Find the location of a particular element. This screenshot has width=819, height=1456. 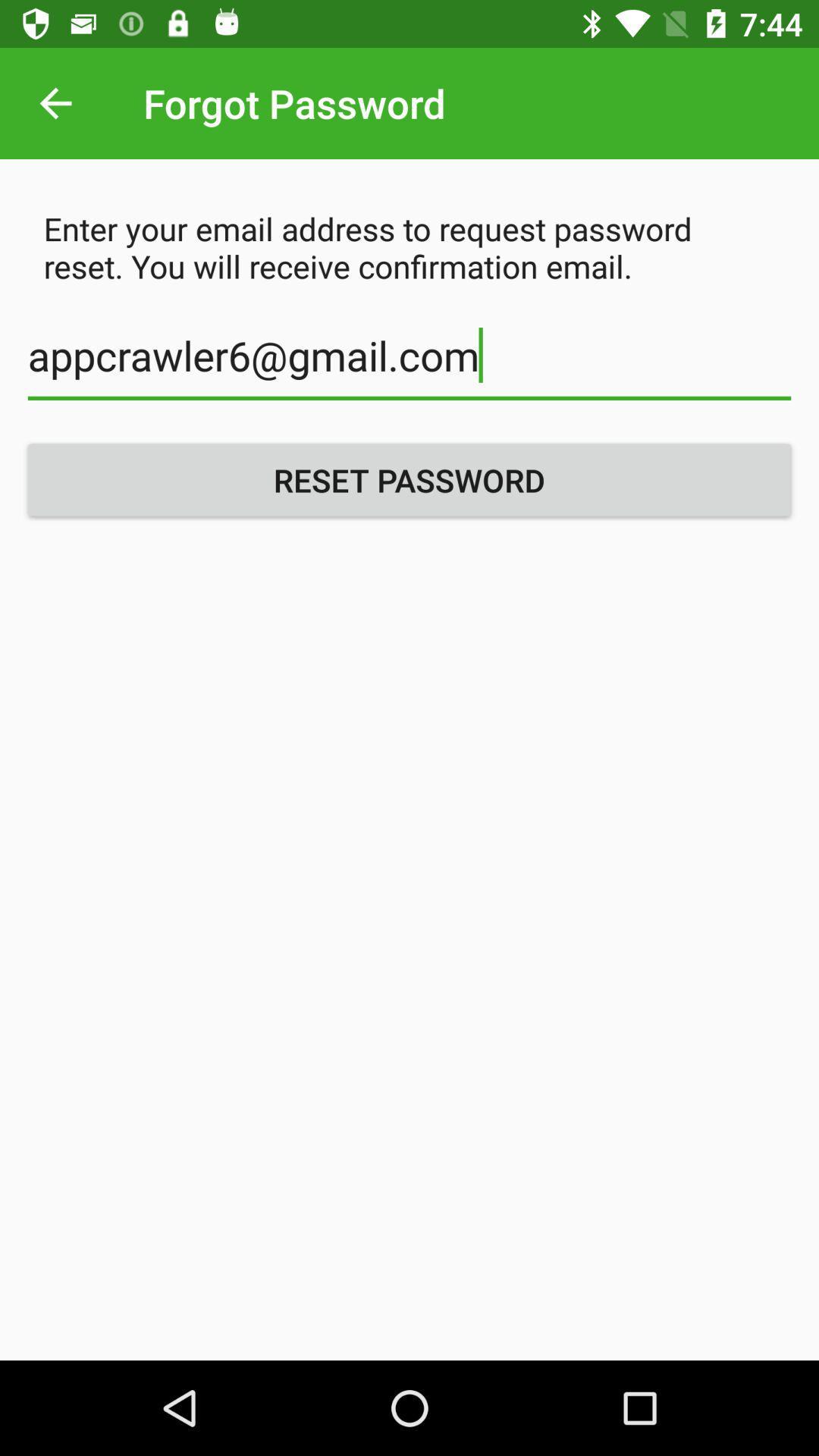

go back is located at coordinates (55, 102).